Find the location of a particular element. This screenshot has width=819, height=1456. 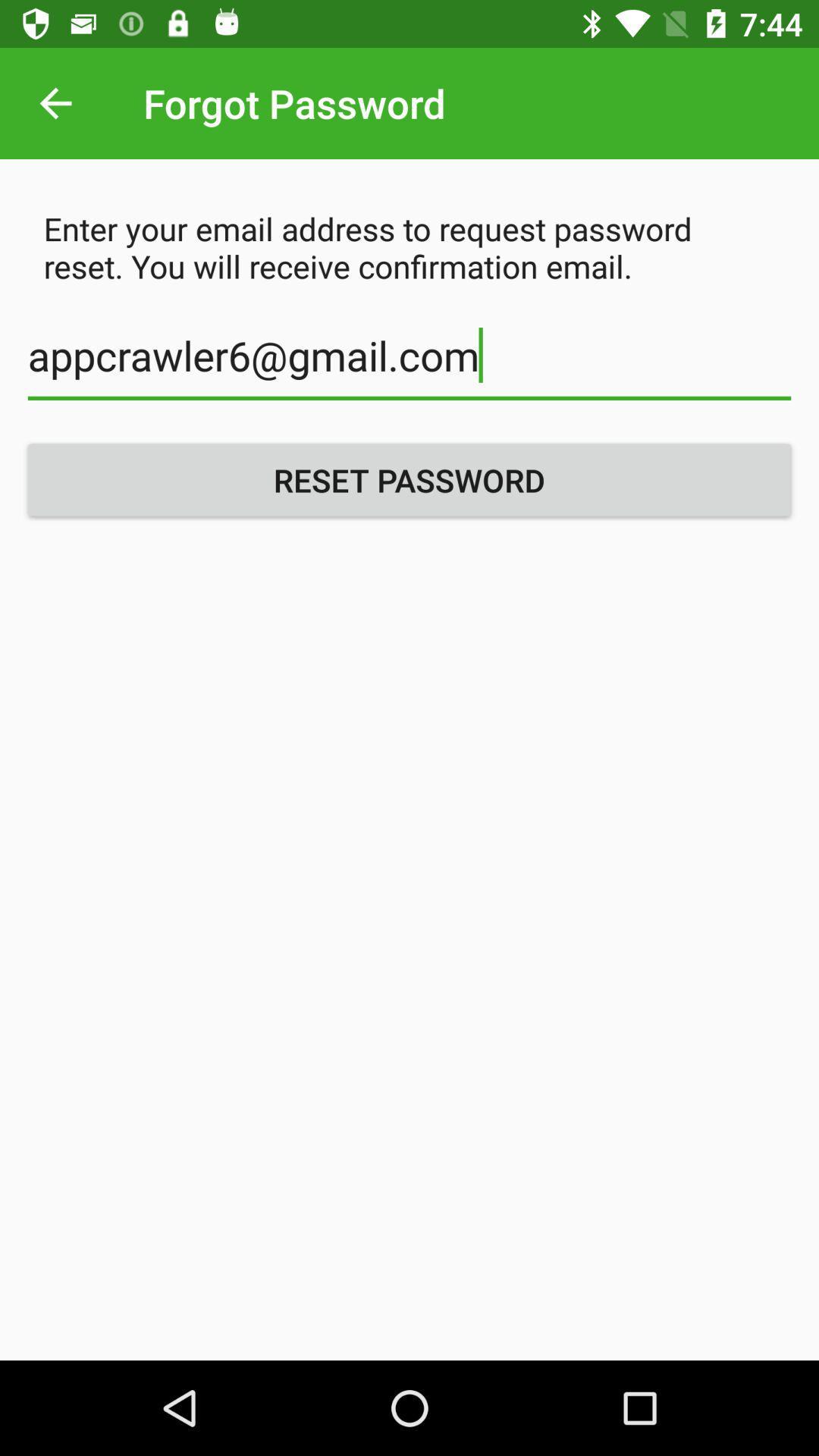

go back is located at coordinates (55, 102).